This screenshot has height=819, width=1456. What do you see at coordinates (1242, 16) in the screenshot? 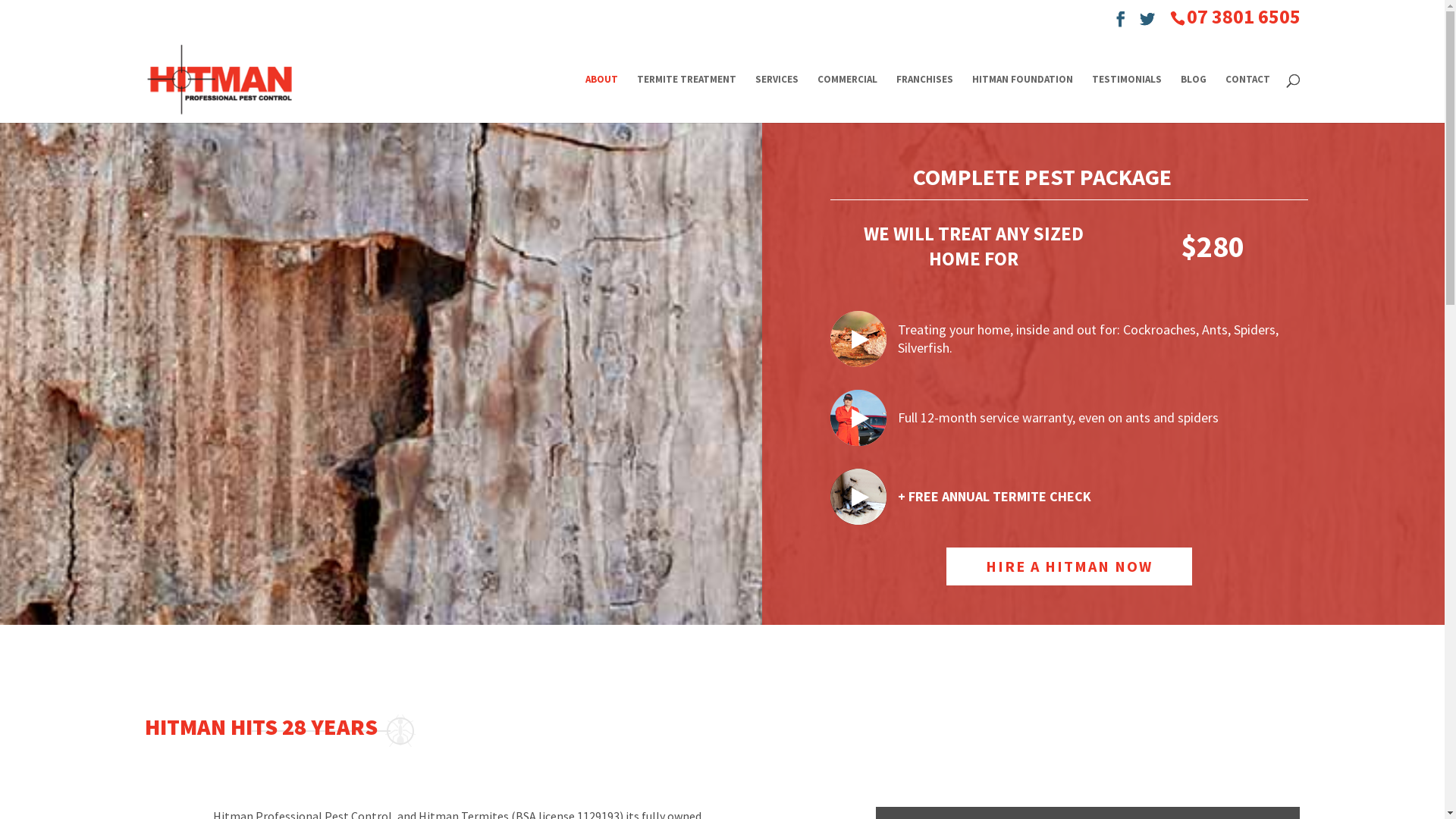
I see `'07 3801 6505'` at bounding box center [1242, 16].